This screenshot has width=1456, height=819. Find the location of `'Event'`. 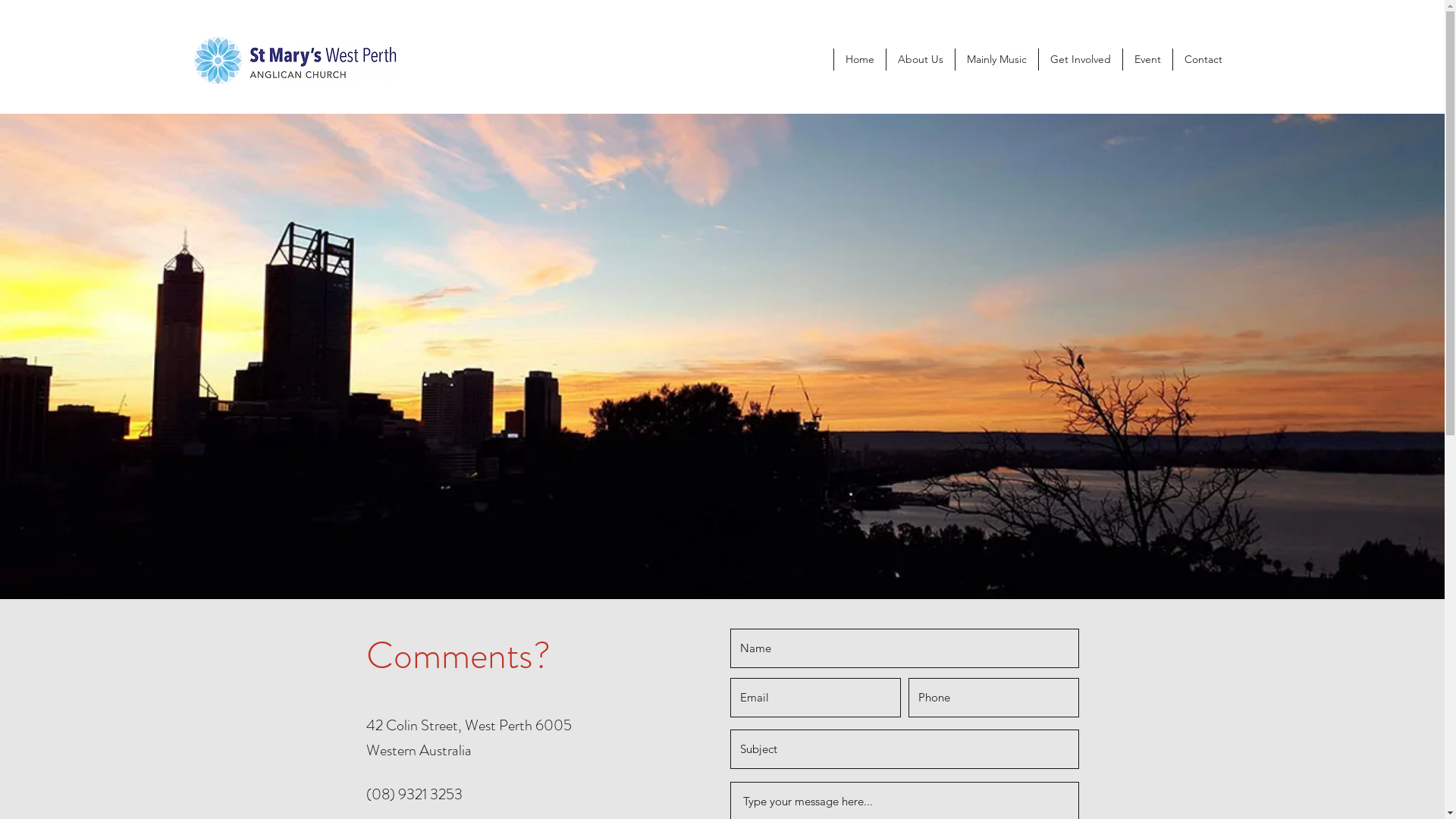

'Event' is located at coordinates (1147, 58).